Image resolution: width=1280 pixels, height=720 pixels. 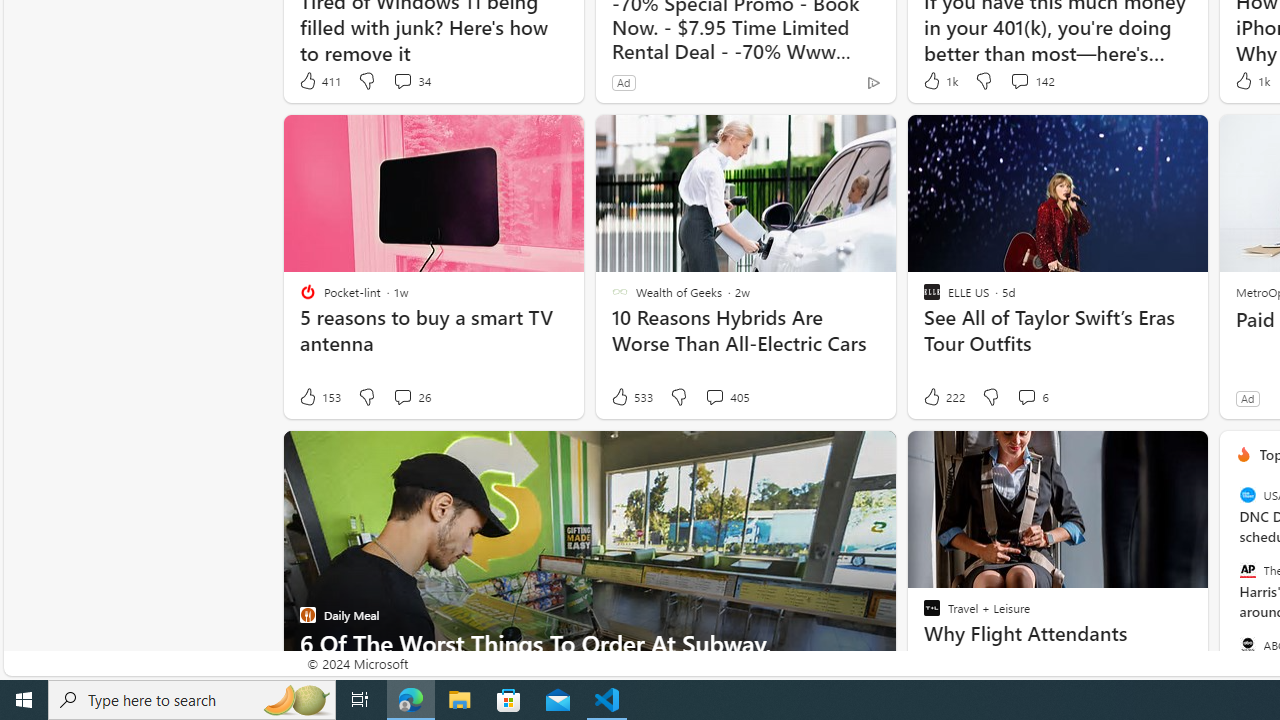 I want to click on 'ABC News', so click(x=1246, y=644).